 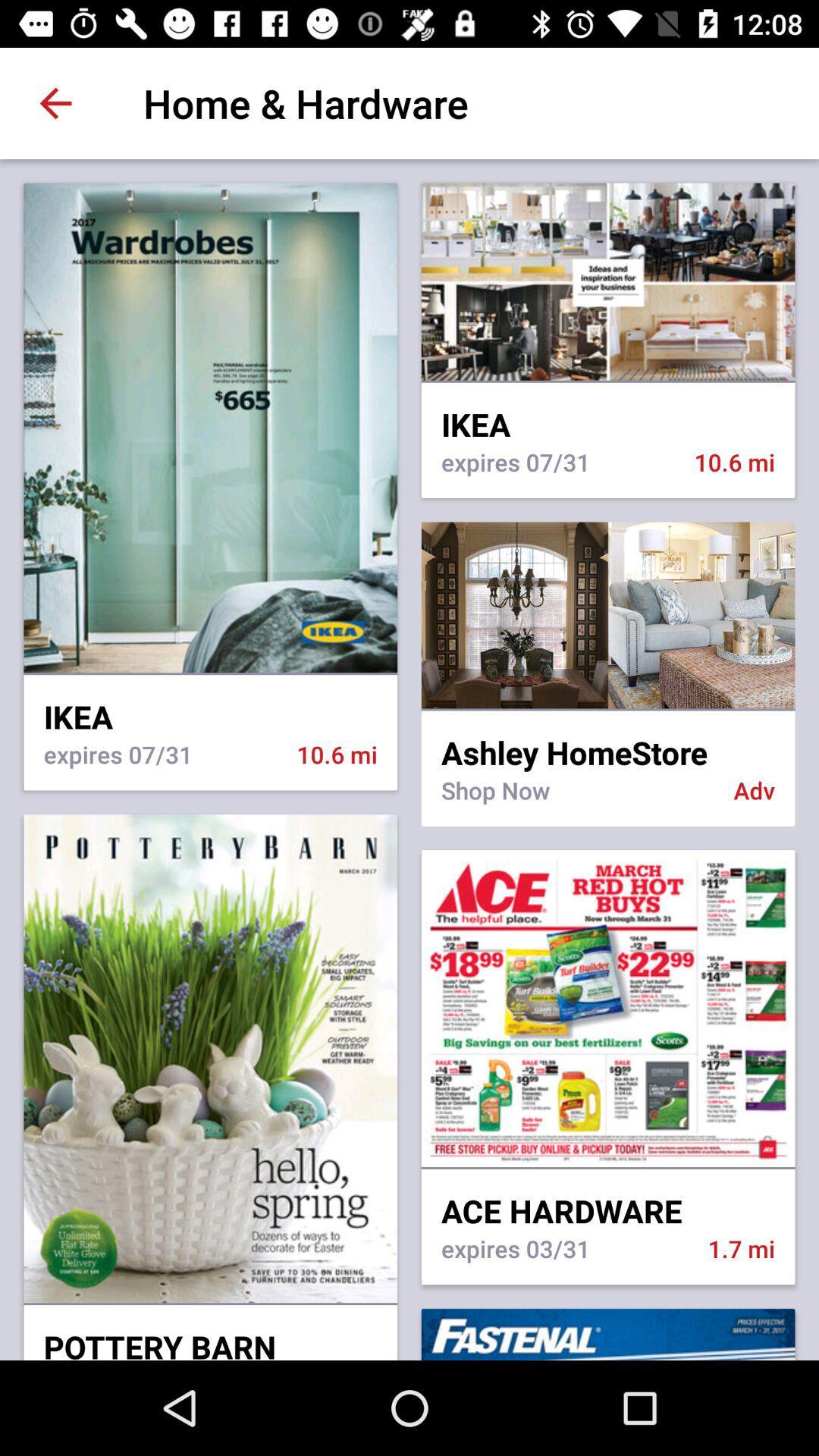 What do you see at coordinates (607, 742) in the screenshot?
I see `ashley homestore` at bounding box center [607, 742].